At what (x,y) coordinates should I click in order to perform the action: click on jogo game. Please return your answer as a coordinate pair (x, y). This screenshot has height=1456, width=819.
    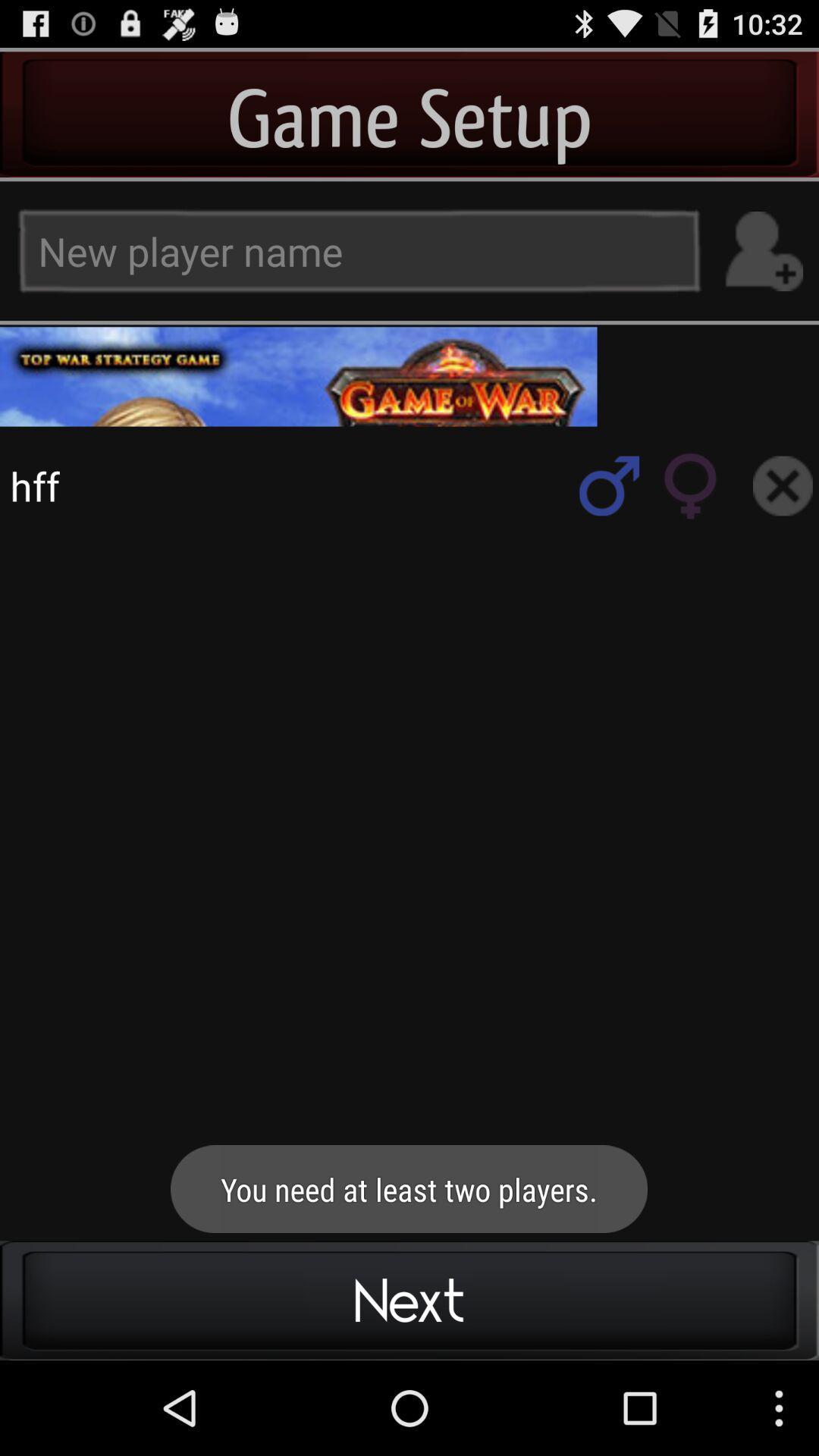
    Looking at the image, I should click on (783, 485).